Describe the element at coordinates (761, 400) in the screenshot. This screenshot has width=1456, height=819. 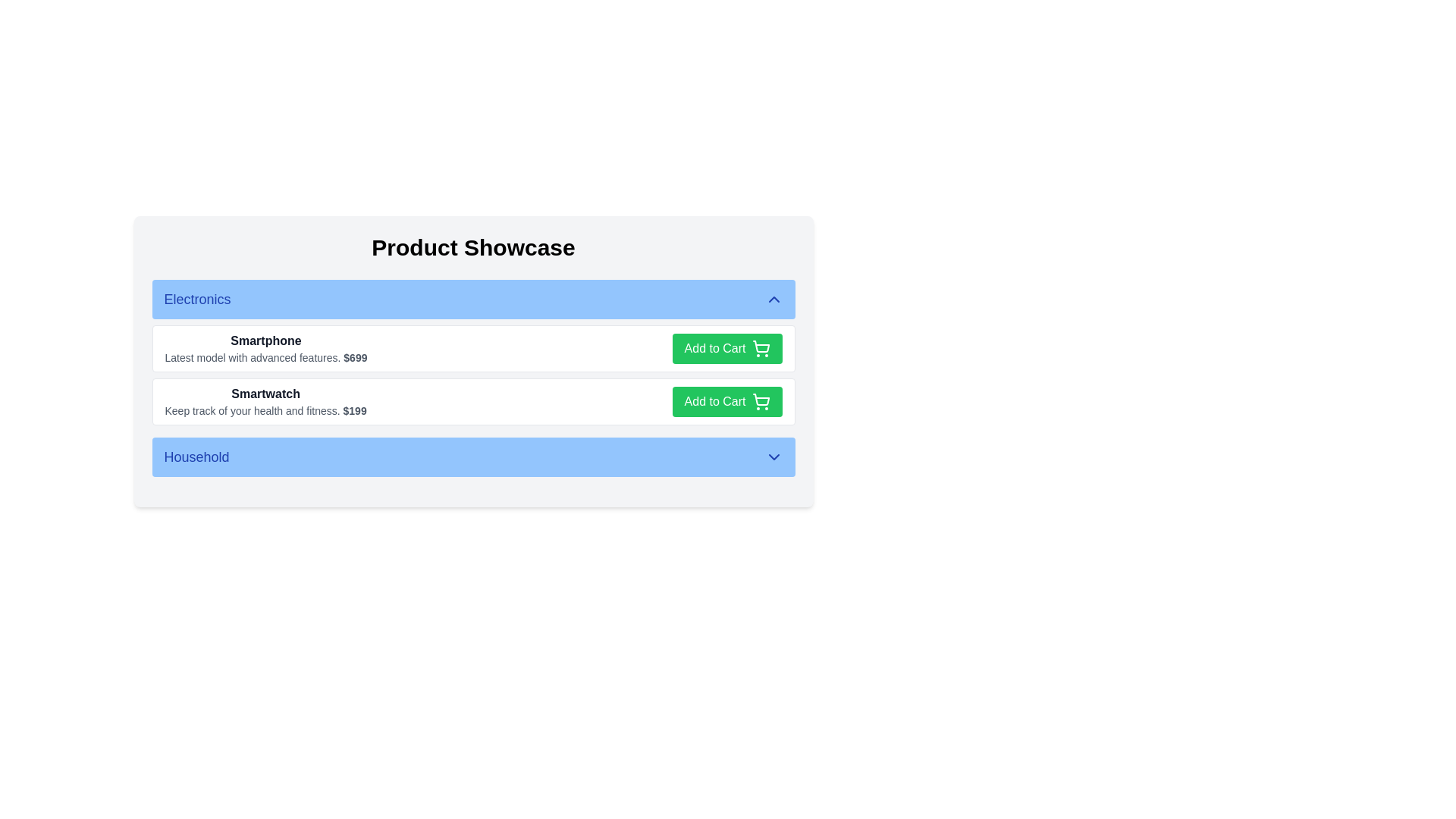
I see `the 'Add to Cart' icon located to the immediate right of the 'Add to Cart' text inside the green button in the 'Smartwatch' row under the 'Electronics' section` at that location.